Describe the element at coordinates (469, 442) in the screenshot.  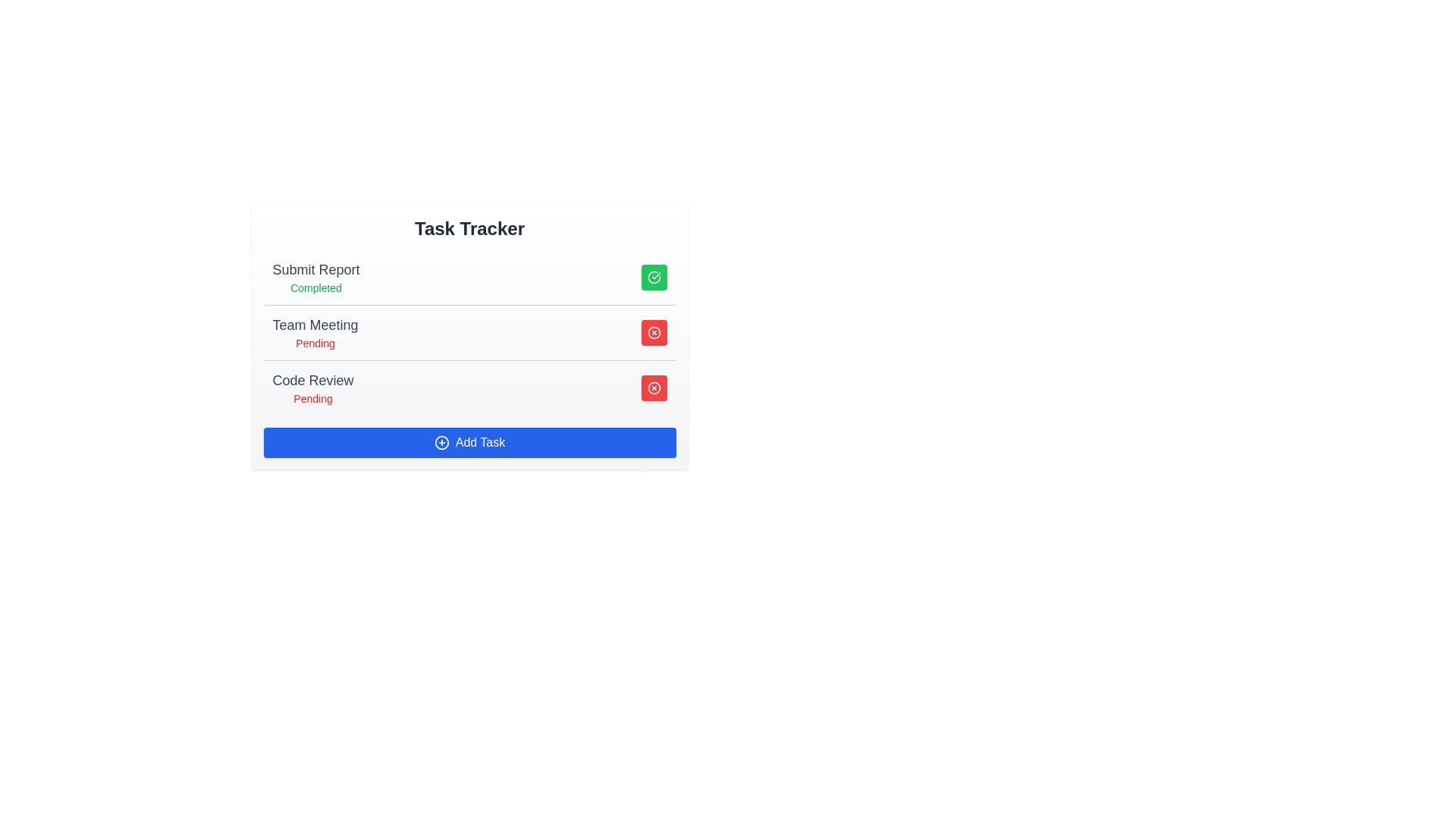
I see `the rectangular button with a blue background and white text reading 'Add Task,' located at the bottom of the 'Task Tracker' section, to initiate adding a task` at that location.